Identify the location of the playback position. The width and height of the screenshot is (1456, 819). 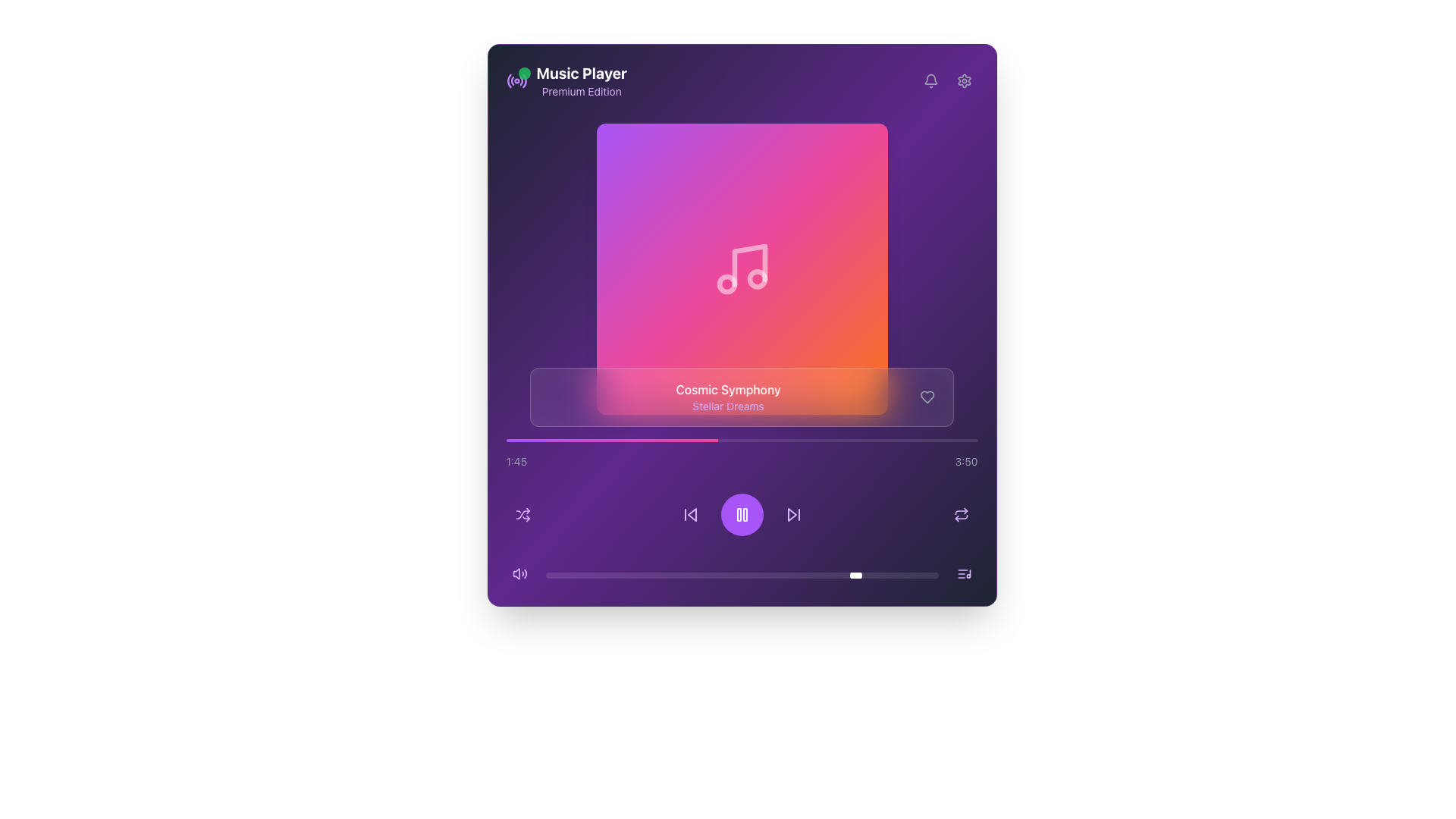
(717, 441).